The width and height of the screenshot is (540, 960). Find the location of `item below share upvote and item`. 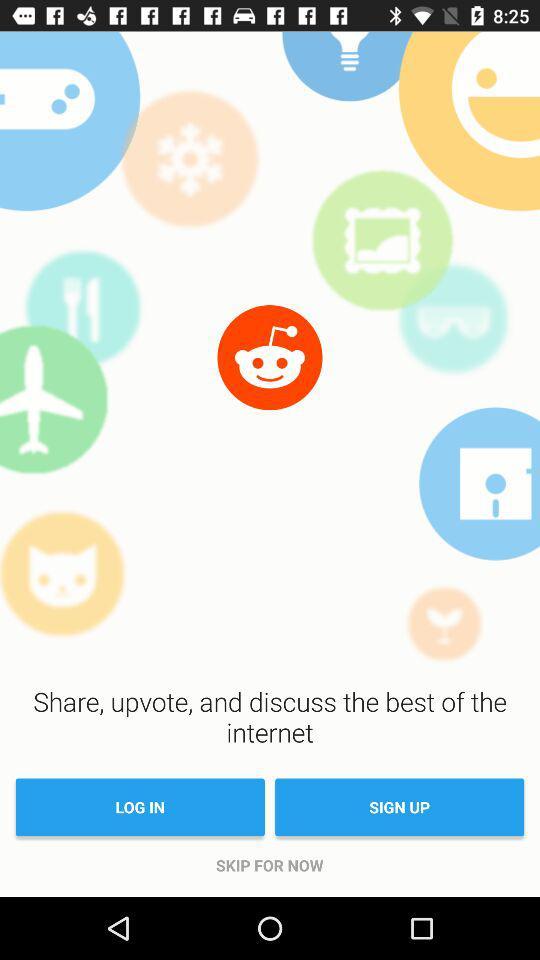

item below share upvote and item is located at coordinates (399, 807).